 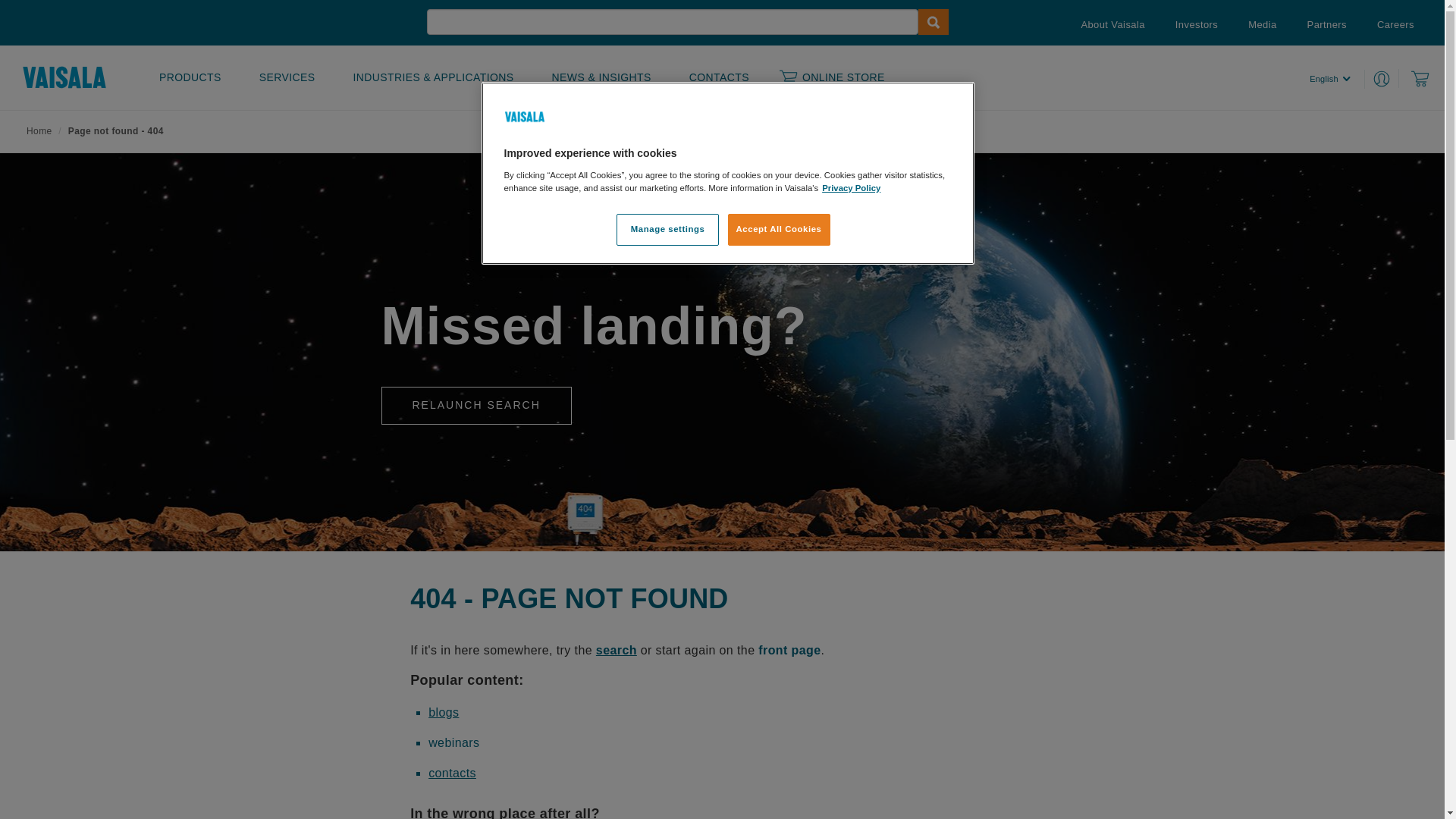 What do you see at coordinates (851, 187) in the screenshot?
I see `'Privacy Policy'` at bounding box center [851, 187].